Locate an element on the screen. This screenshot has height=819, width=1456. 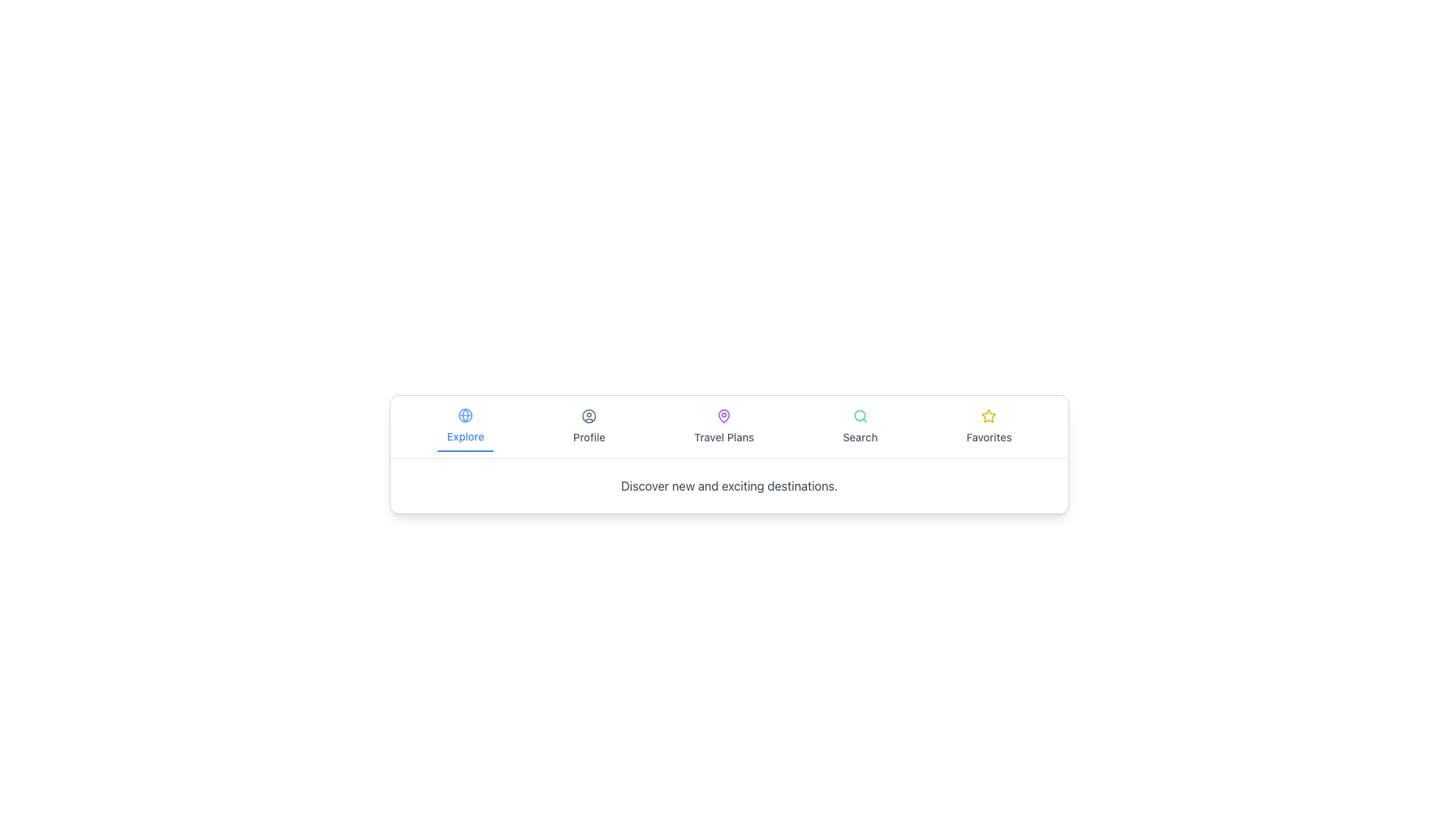
the profile icon located in the second position from the left in the horizontal navigation menu is located at coordinates (588, 416).